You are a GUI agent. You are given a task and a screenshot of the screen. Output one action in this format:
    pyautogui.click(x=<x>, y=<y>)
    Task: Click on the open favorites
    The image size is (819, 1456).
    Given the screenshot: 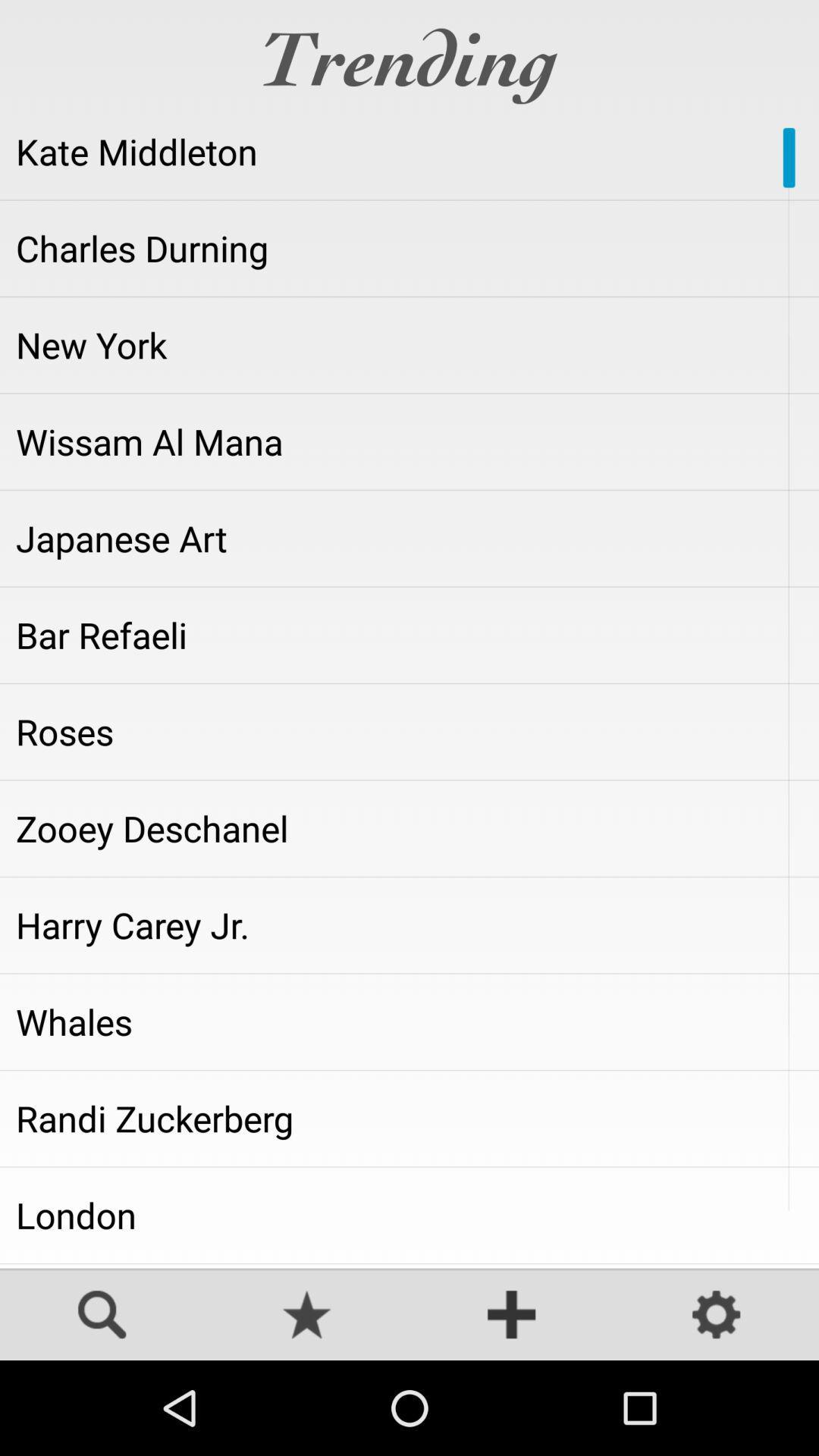 What is the action you would take?
    pyautogui.click(x=307, y=1316)
    